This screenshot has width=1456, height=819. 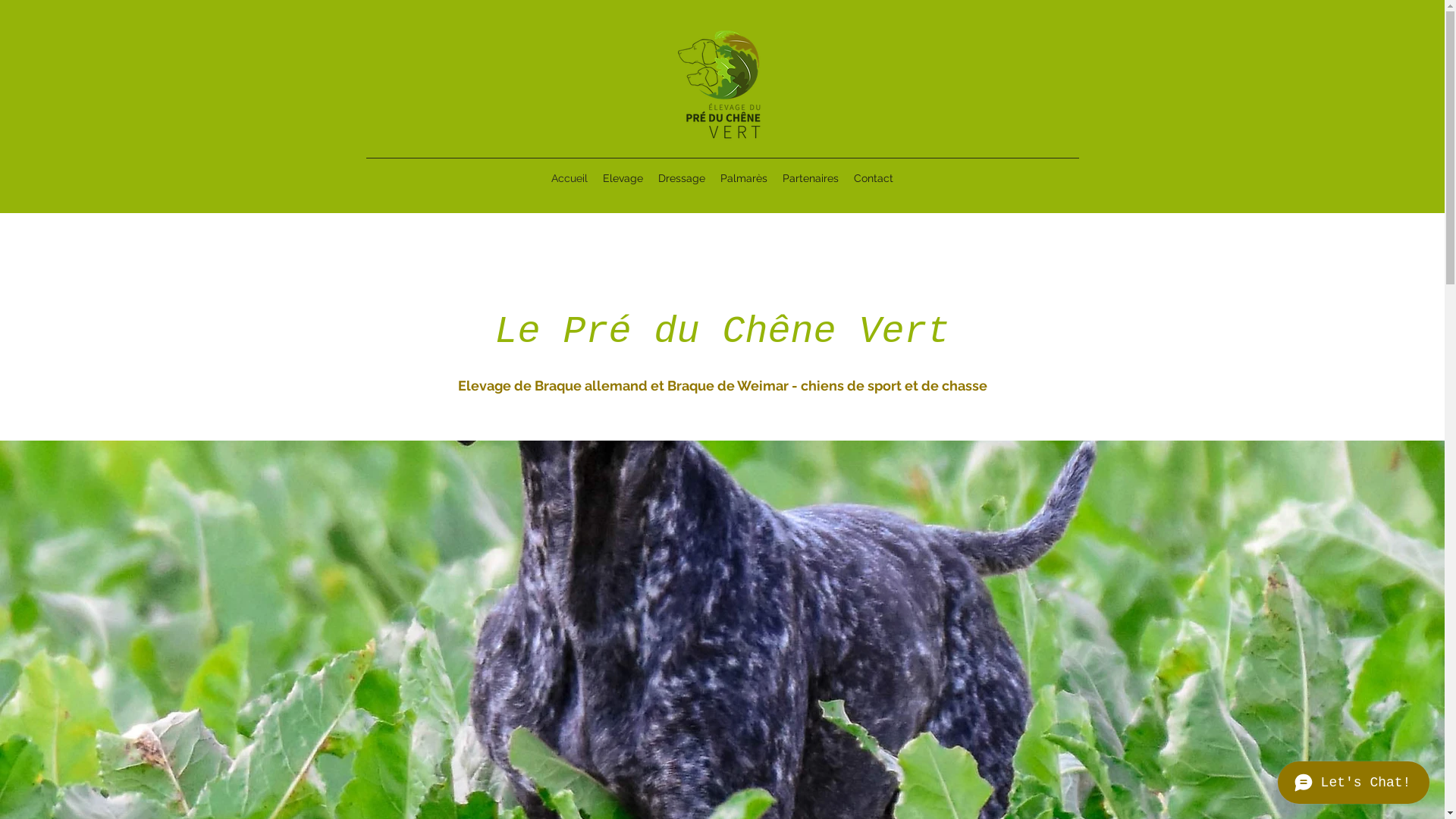 I want to click on 'Partenaires', so click(x=810, y=177).